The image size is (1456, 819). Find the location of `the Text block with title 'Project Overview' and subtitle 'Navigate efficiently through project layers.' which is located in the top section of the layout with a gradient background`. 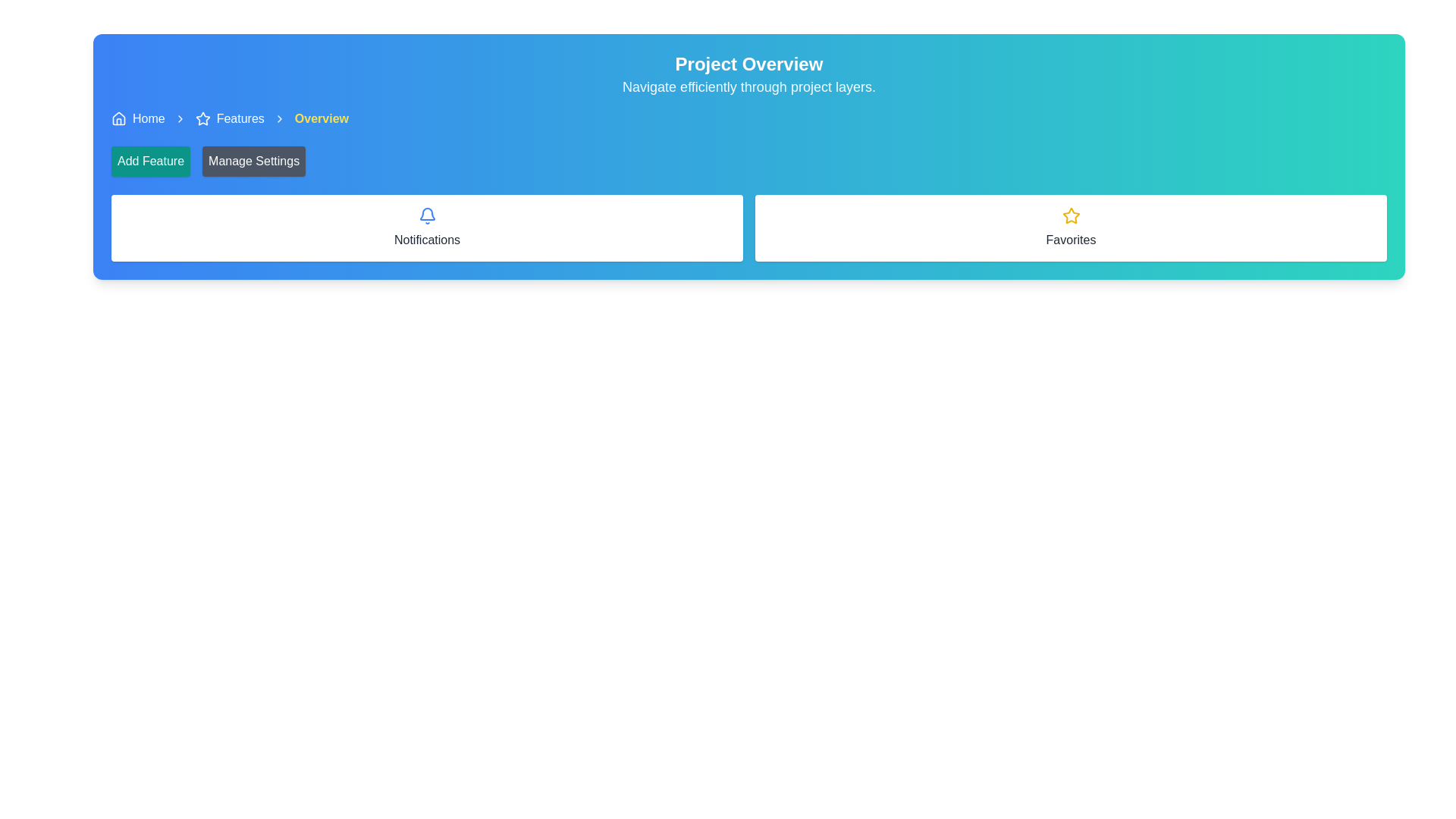

the Text block with title 'Project Overview' and subtitle 'Navigate efficiently through project layers.' which is located in the top section of the layout with a gradient background is located at coordinates (749, 75).